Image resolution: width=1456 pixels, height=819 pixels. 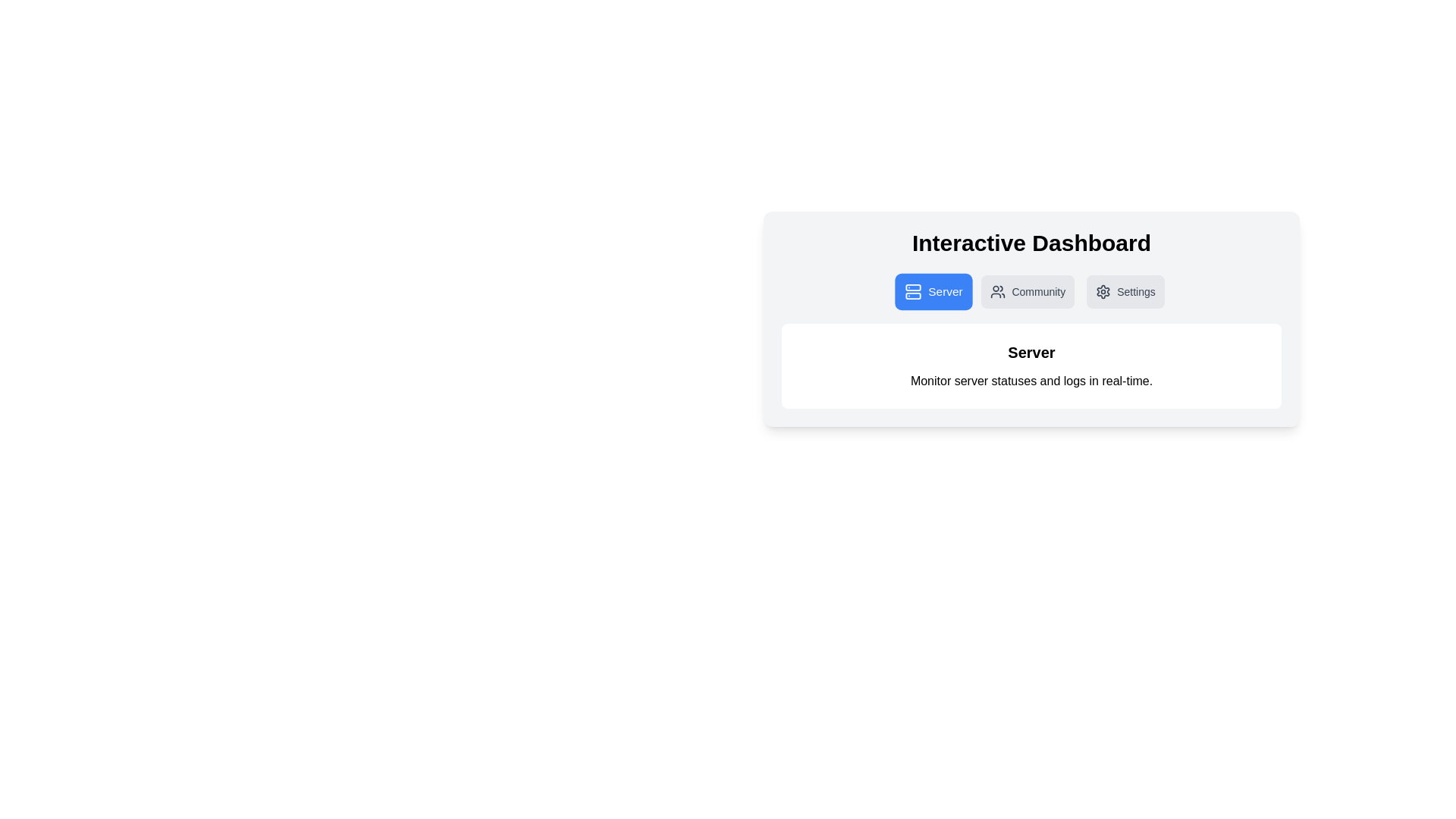 What do you see at coordinates (1125, 292) in the screenshot?
I see `the Settings tab to switch the displayed content` at bounding box center [1125, 292].